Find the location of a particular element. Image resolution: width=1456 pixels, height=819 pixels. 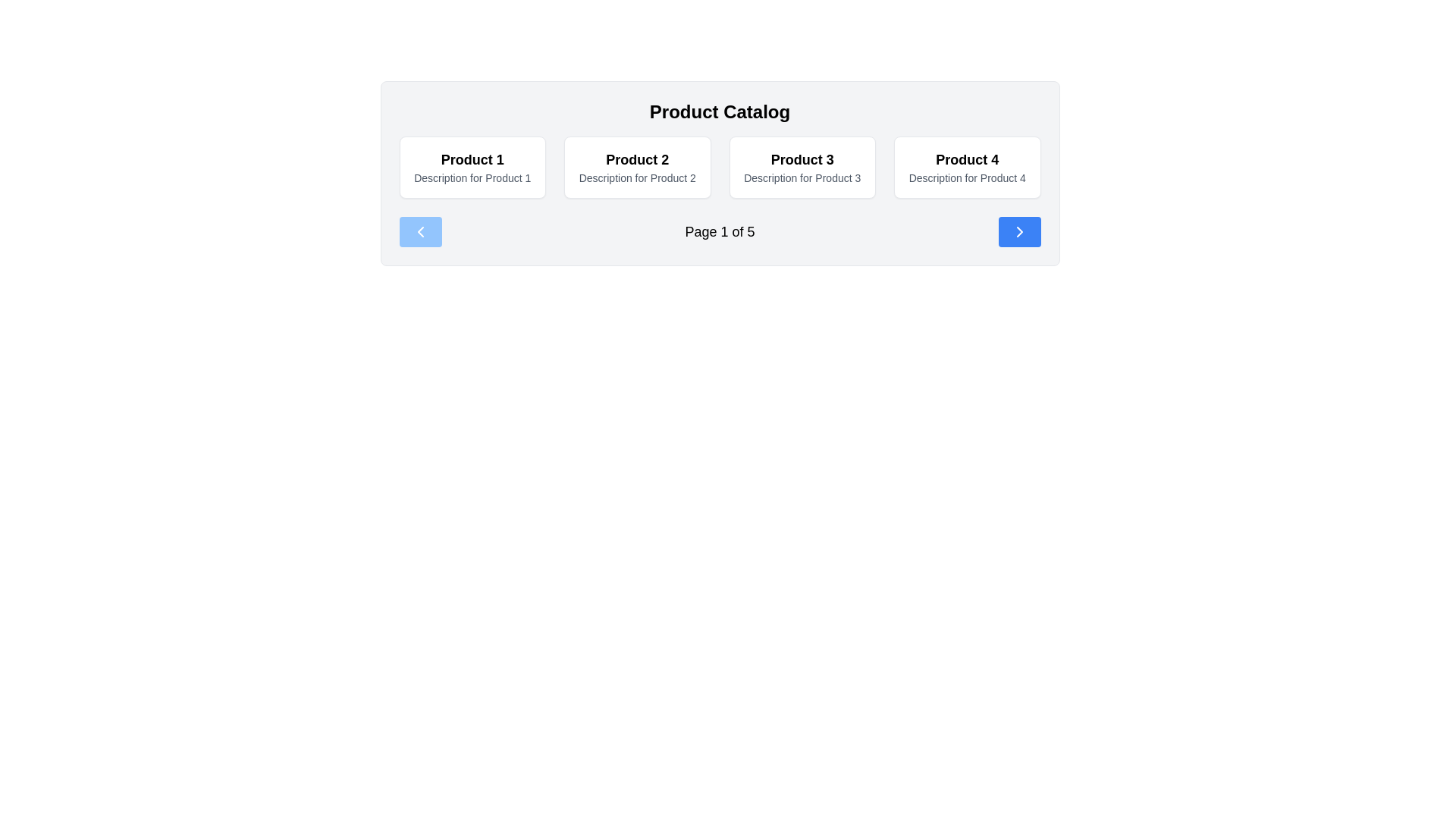

the product cards within the 'Product Catalog' section is located at coordinates (719, 172).